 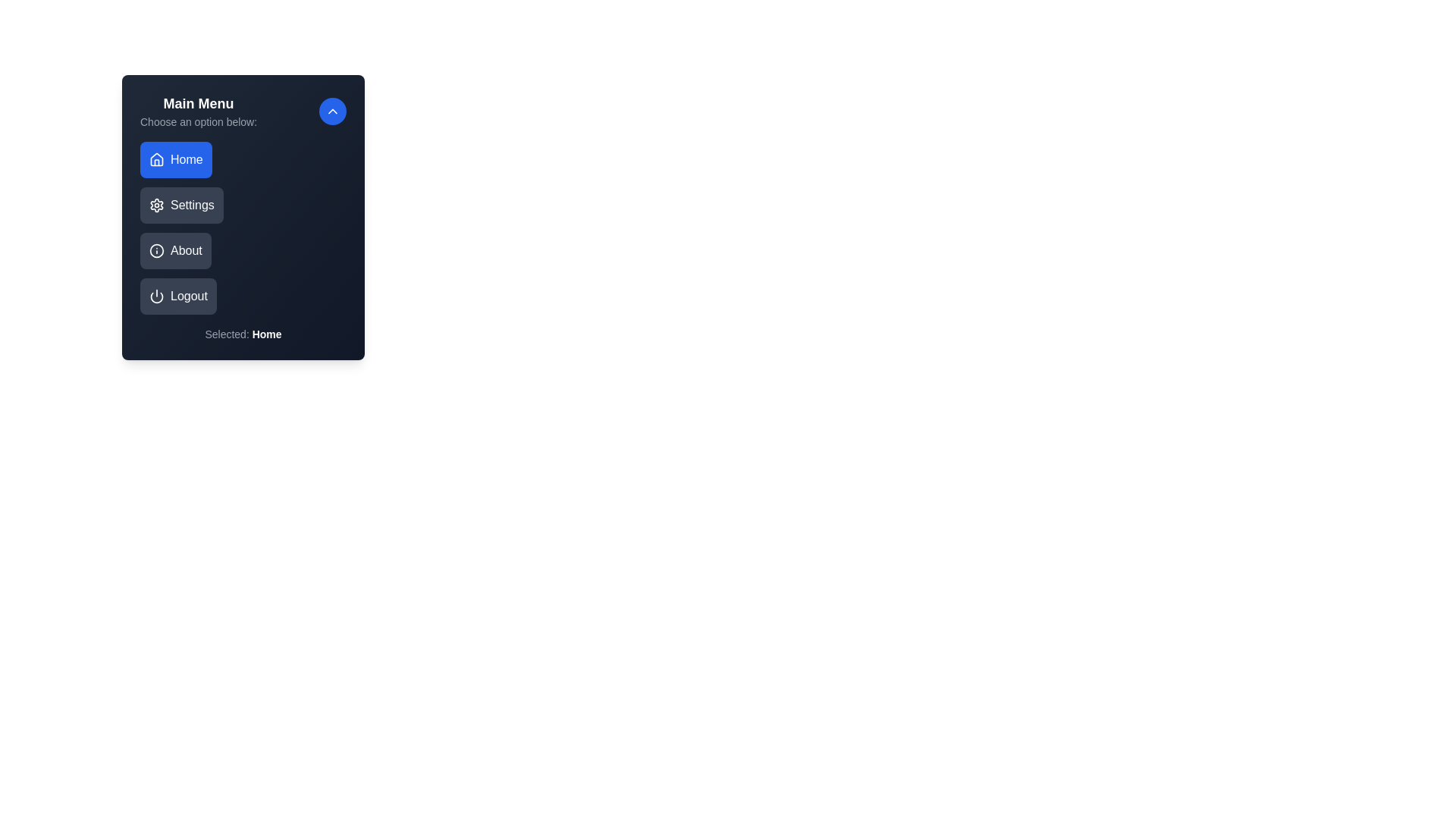 What do you see at coordinates (156, 250) in the screenshot?
I see `the 'About' icon located within the button labeled 'About' in the navigation menu, positioned to the left of the text label` at bounding box center [156, 250].